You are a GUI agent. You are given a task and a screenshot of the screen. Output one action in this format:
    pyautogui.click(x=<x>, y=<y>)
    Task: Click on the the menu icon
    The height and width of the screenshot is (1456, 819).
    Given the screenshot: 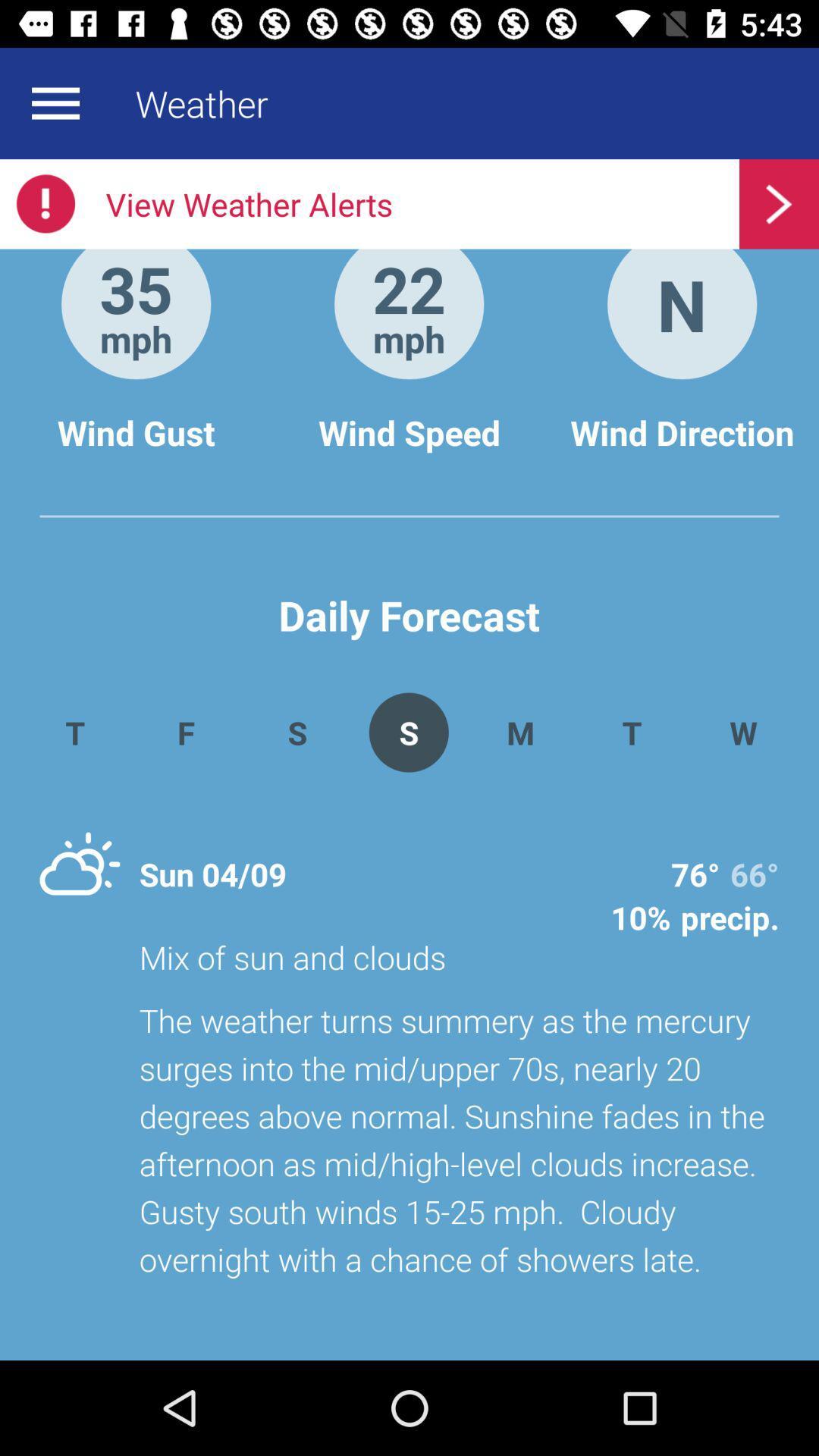 What is the action you would take?
    pyautogui.click(x=55, y=102)
    